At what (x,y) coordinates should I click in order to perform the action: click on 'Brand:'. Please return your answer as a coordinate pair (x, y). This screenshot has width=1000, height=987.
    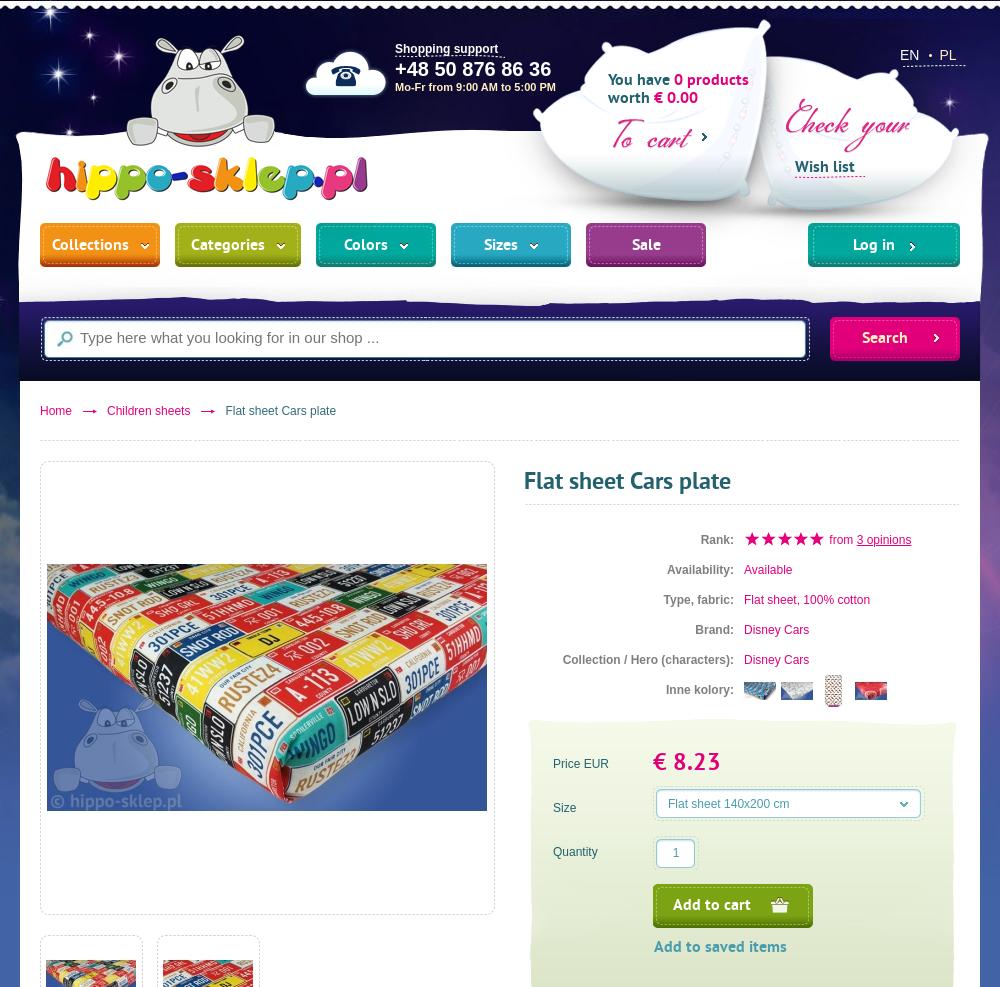
    Looking at the image, I should click on (713, 629).